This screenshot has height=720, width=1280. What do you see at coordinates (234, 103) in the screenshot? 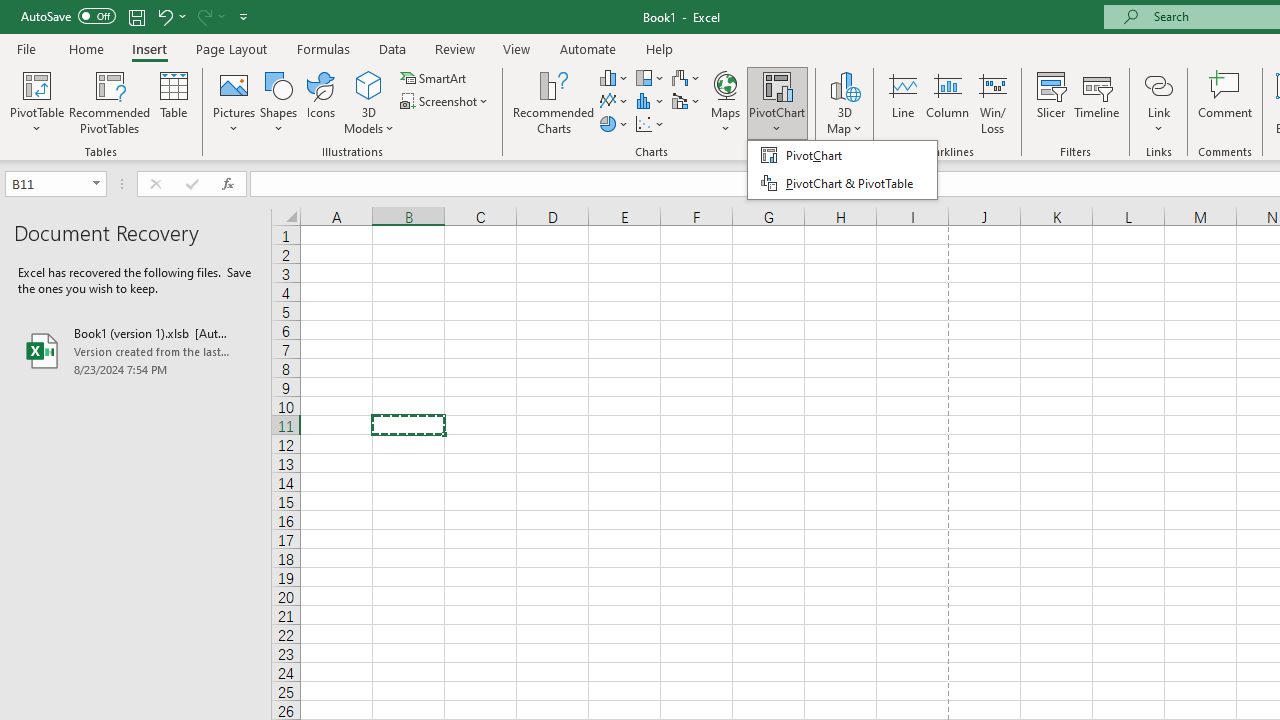
I see `'Pictures'` at bounding box center [234, 103].